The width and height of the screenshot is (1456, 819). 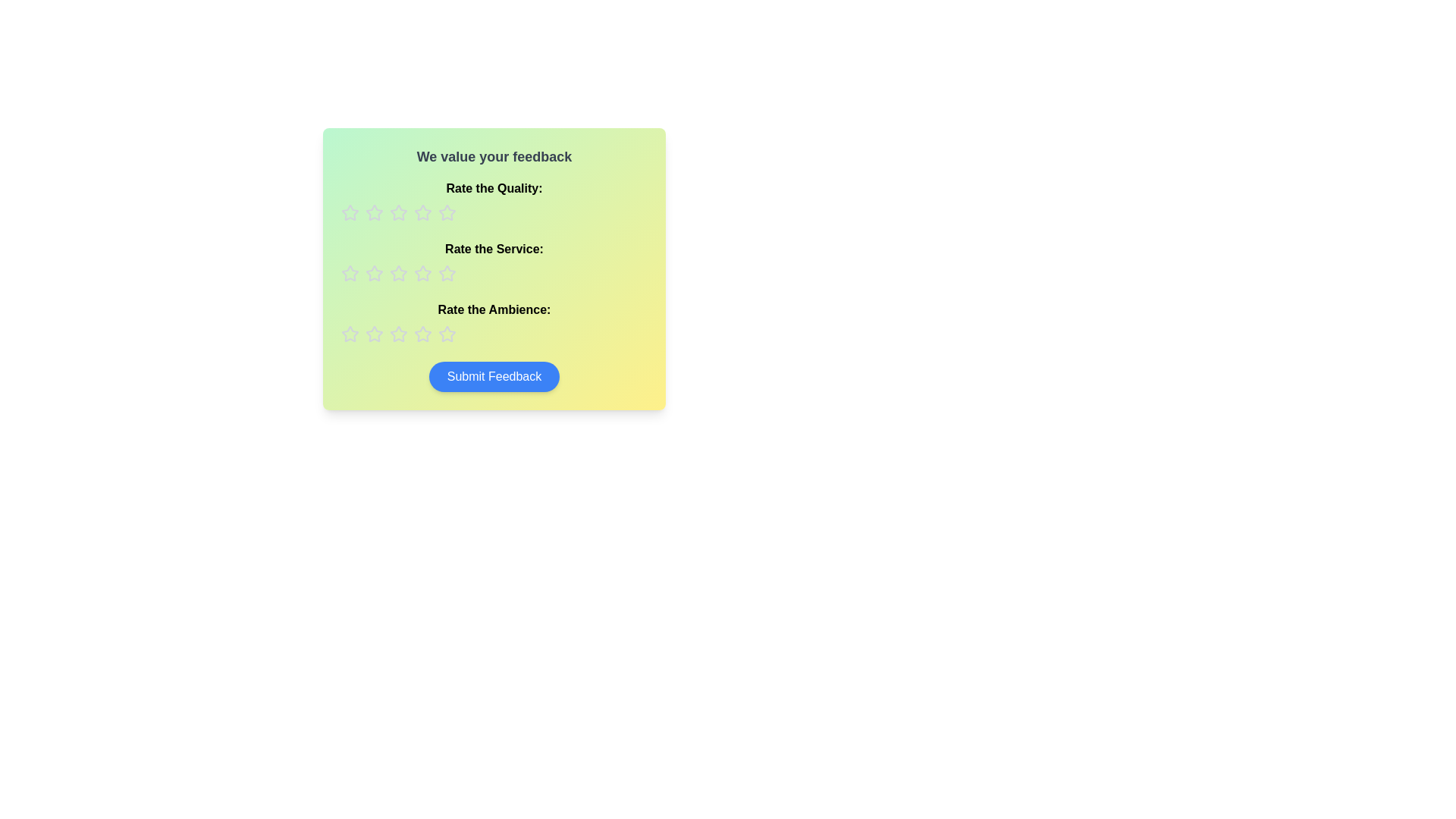 I want to click on the text label displaying 'Rate the Ambience:' which is positioned below the 'Rate the Service:' label and above the star rating icons, so click(x=494, y=321).